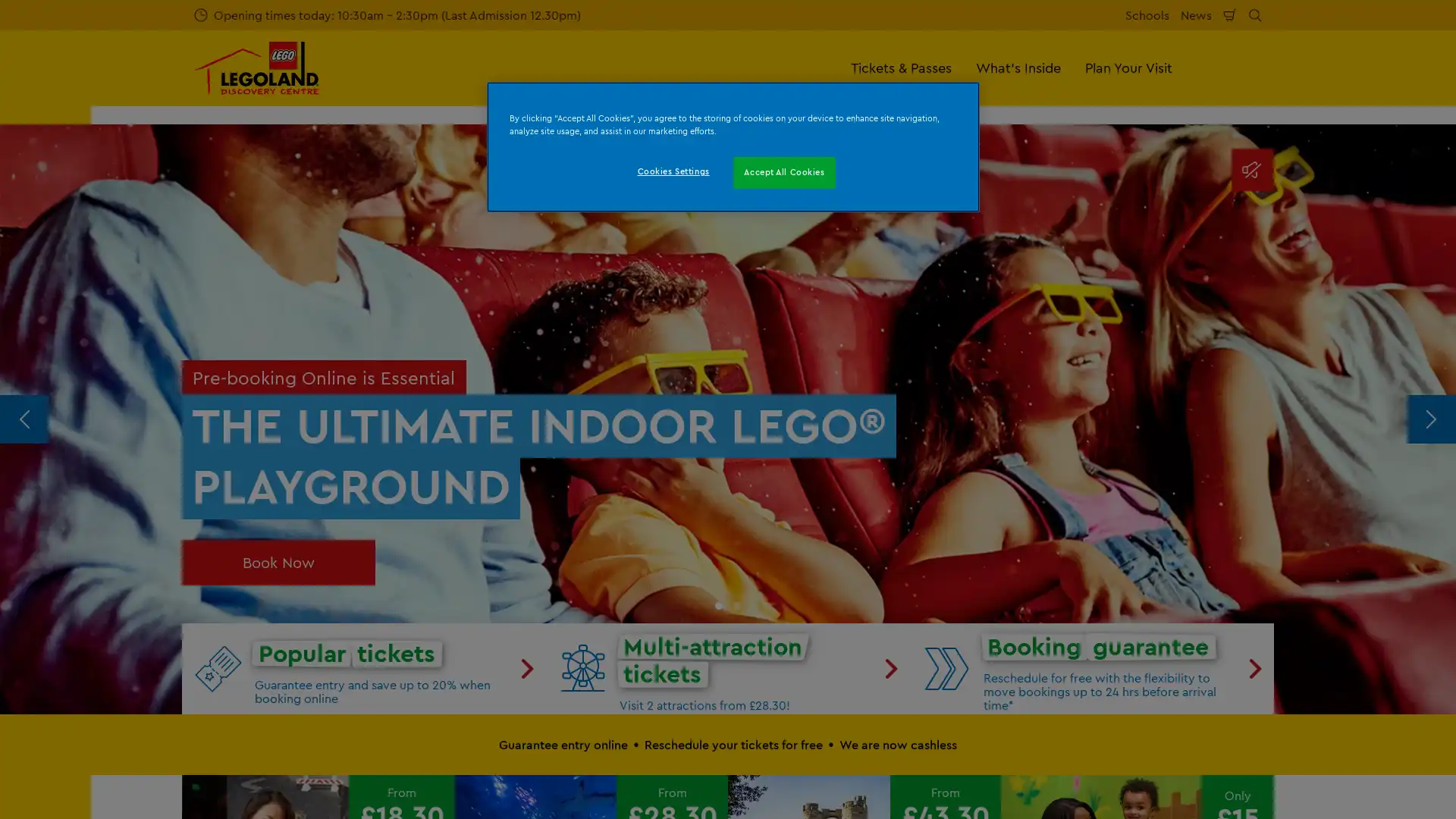 Image resolution: width=1456 pixels, height=819 pixels. Describe the element at coordinates (672, 171) in the screenshot. I see `Cookies Settings` at that location.